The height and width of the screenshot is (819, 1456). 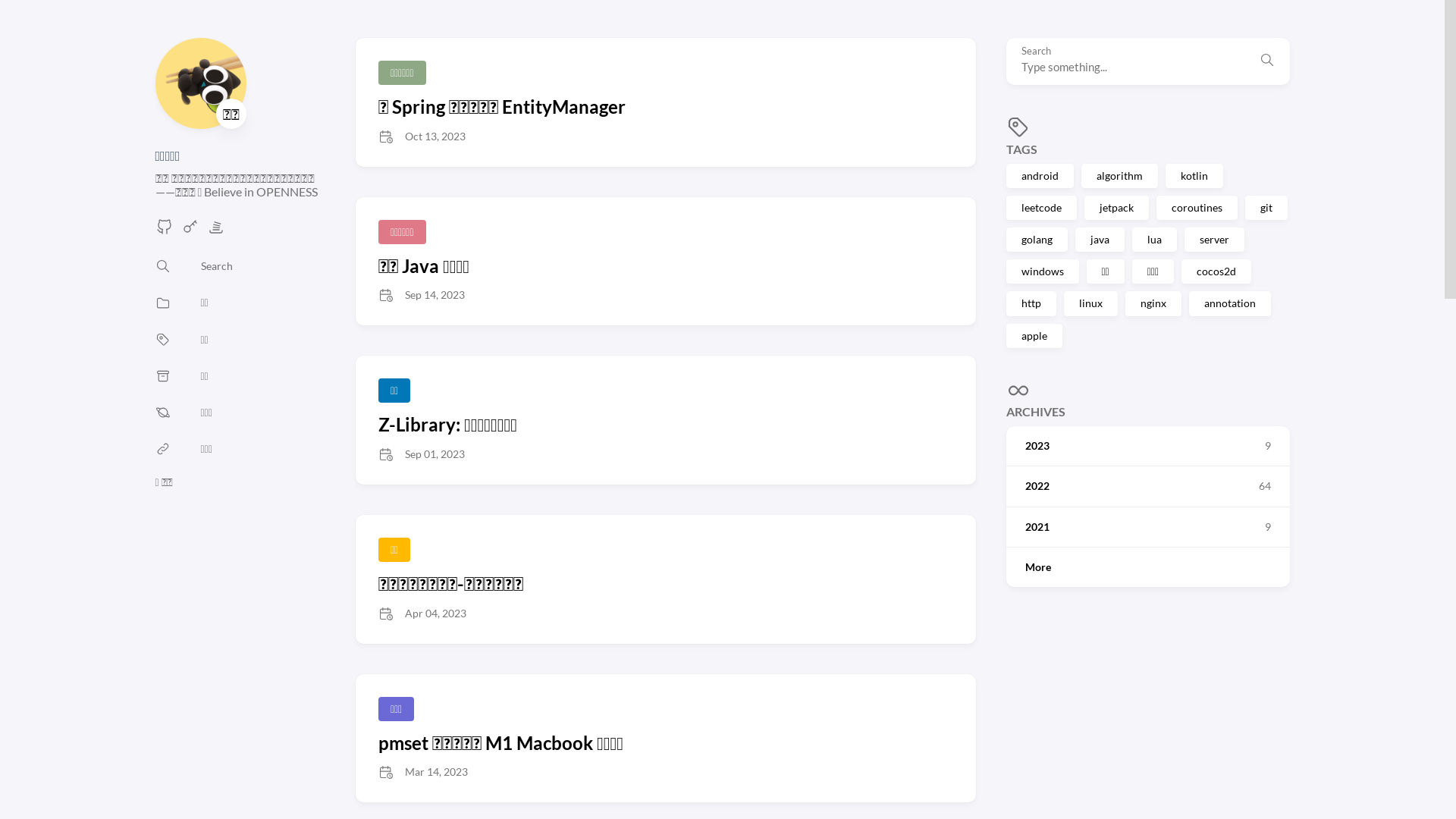 I want to click on 'java', so click(x=1100, y=239).